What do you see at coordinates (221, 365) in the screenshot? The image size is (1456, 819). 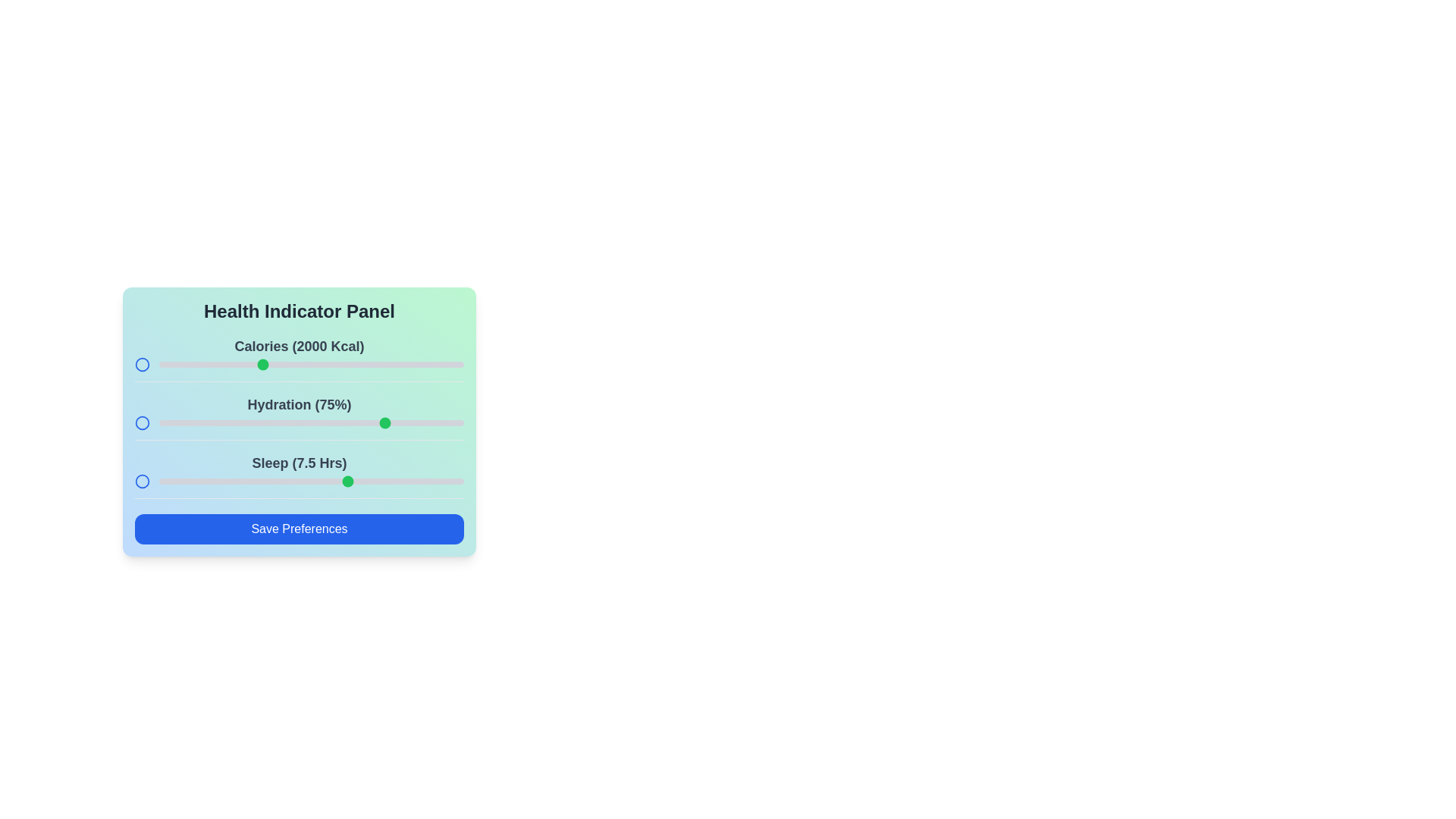 I see `the calories slider to 1808 kcal` at bounding box center [221, 365].